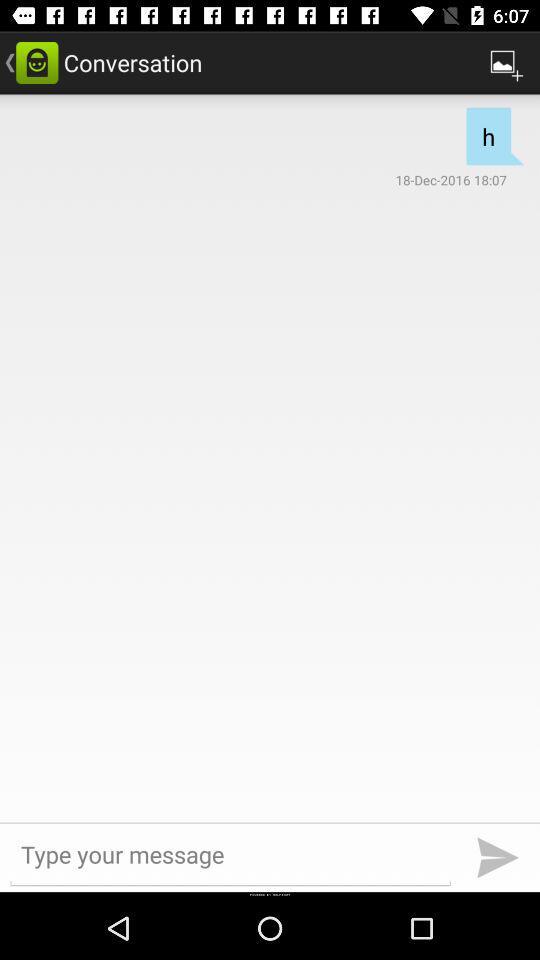 The height and width of the screenshot is (960, 540). I want to click on the send icon, so click(496, 857).